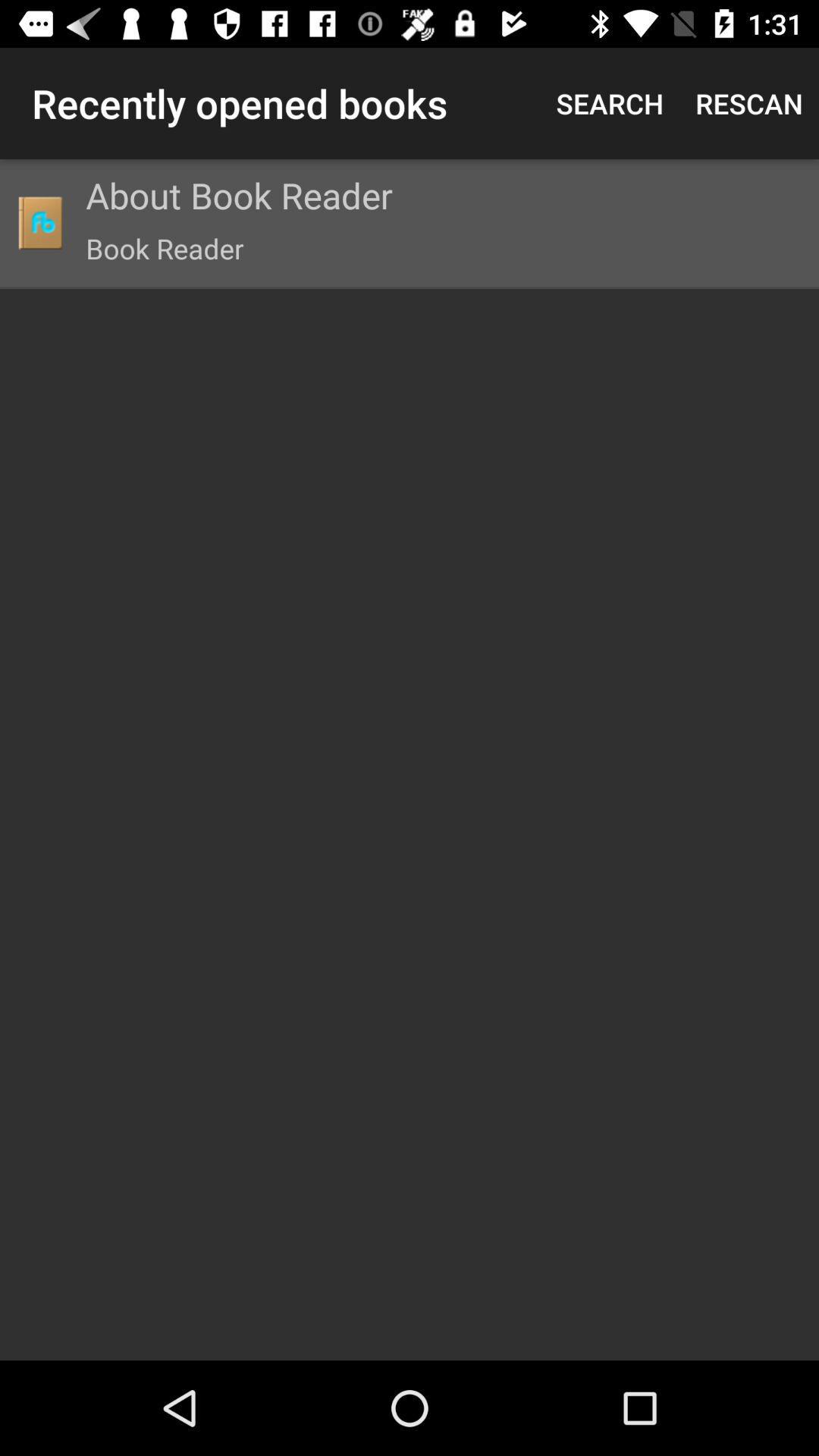 The height and width of the screenshot is (1456, 819). What do you see at coordinates (609, 102) in the screenshot?
I see `search item` at bounding box center [609, 102].